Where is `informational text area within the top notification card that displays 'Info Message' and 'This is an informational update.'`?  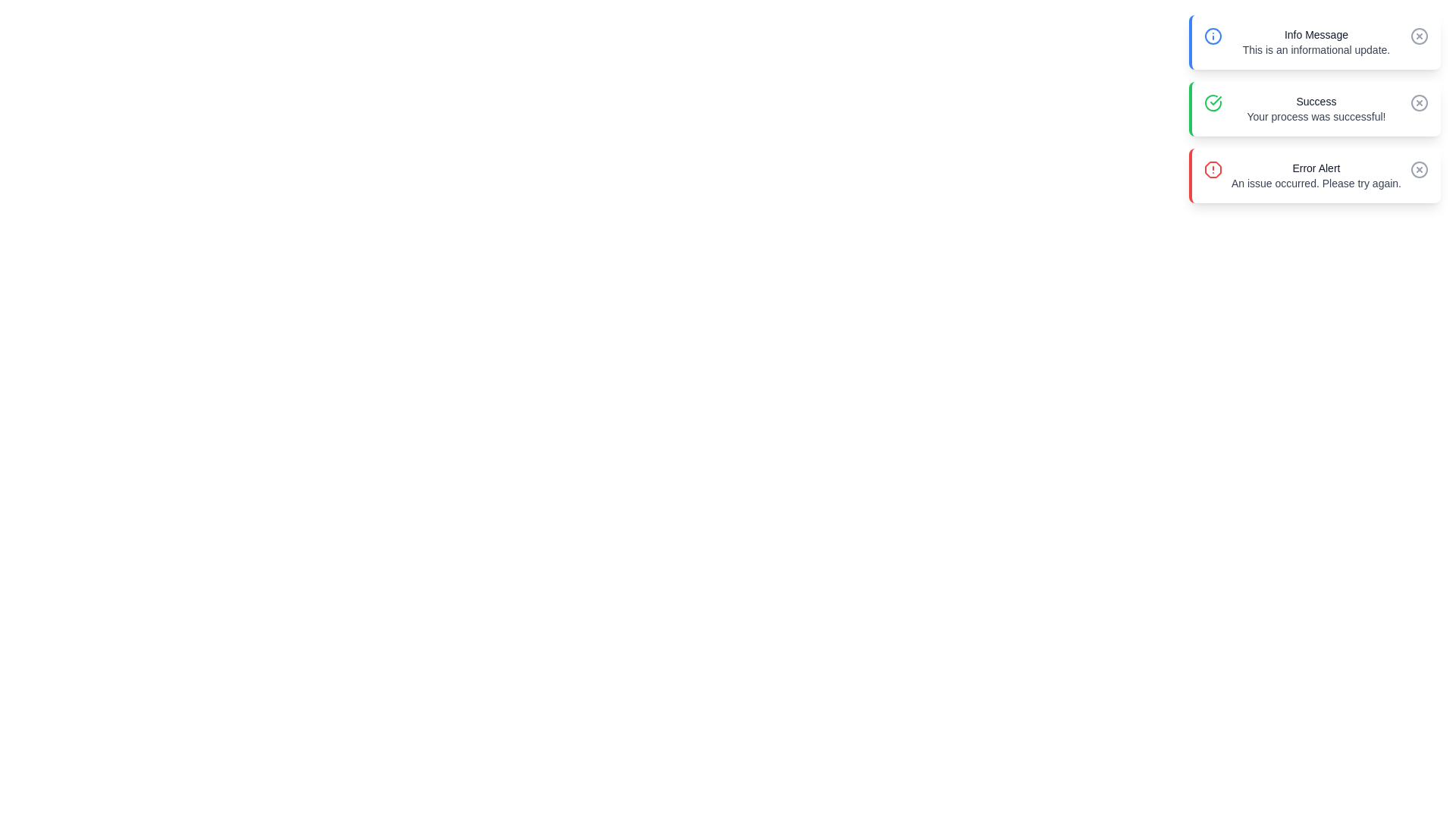
informational text area within the top notification card that displays 'Info Message' and 'This is an informational update.' is located at coordinates (1315, 42).